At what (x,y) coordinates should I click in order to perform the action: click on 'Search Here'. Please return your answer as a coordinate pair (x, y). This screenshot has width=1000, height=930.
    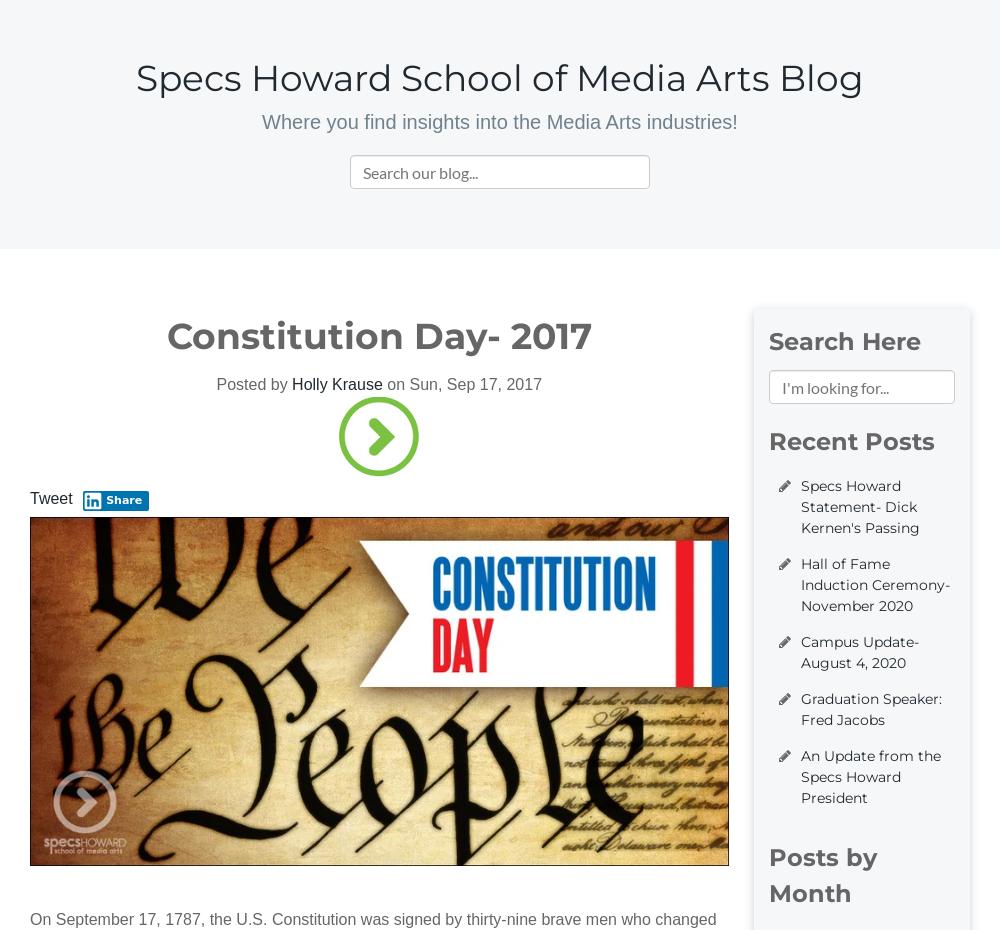
    Looking at the image, I should click on (844, 340).